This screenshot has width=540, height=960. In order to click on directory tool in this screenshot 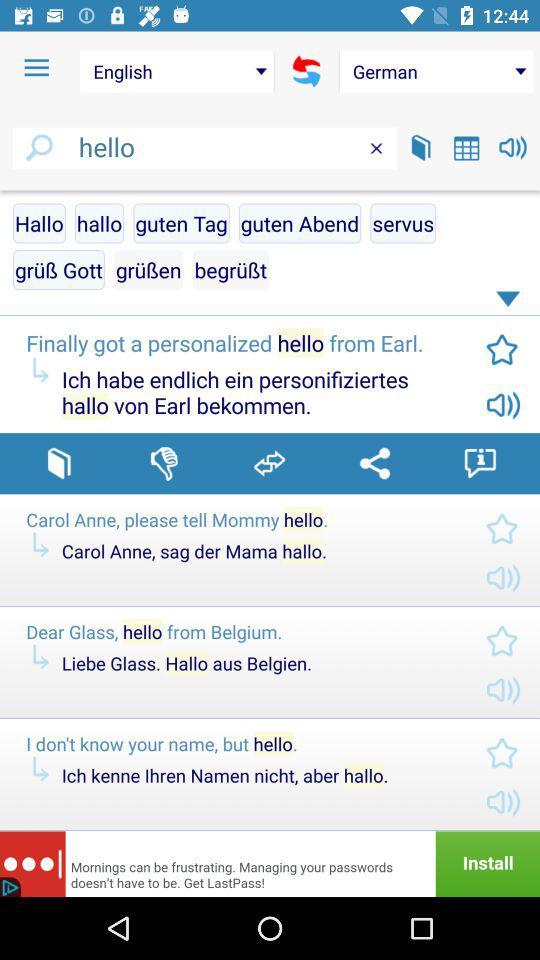, I will do `click(59, 463)`.